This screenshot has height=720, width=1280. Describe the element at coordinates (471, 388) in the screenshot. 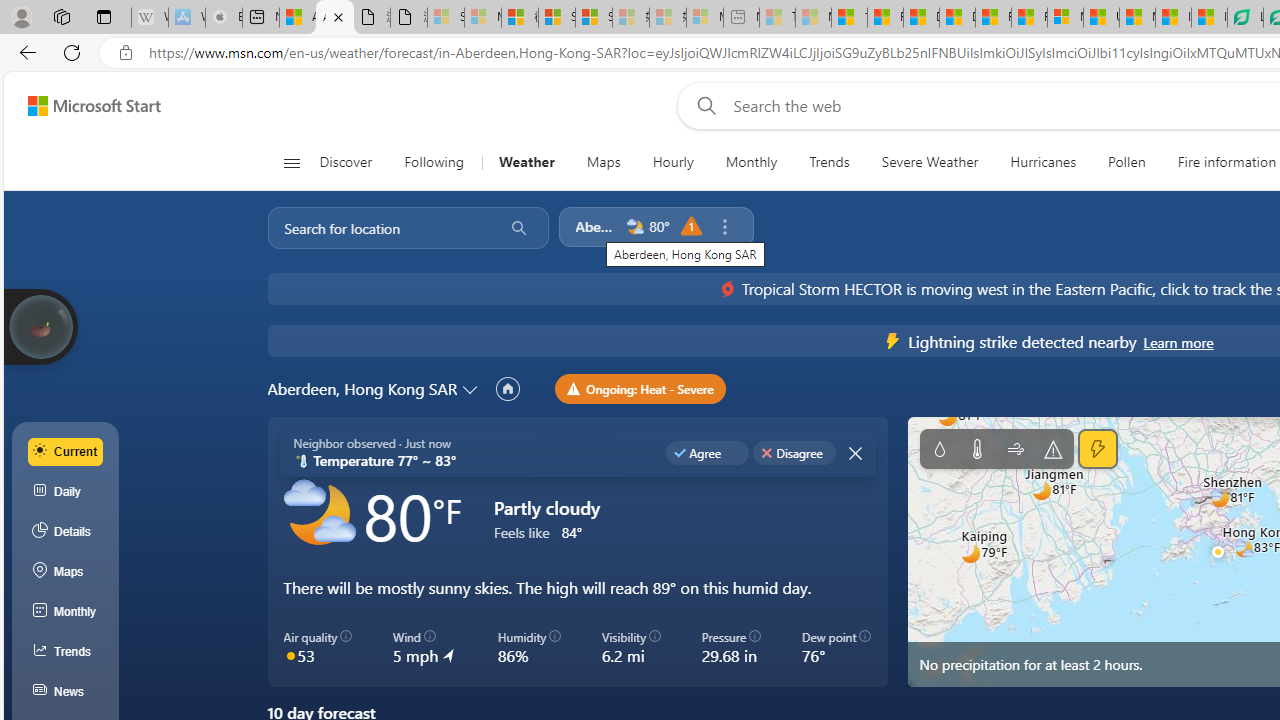

I see `'Change location'` at that location.